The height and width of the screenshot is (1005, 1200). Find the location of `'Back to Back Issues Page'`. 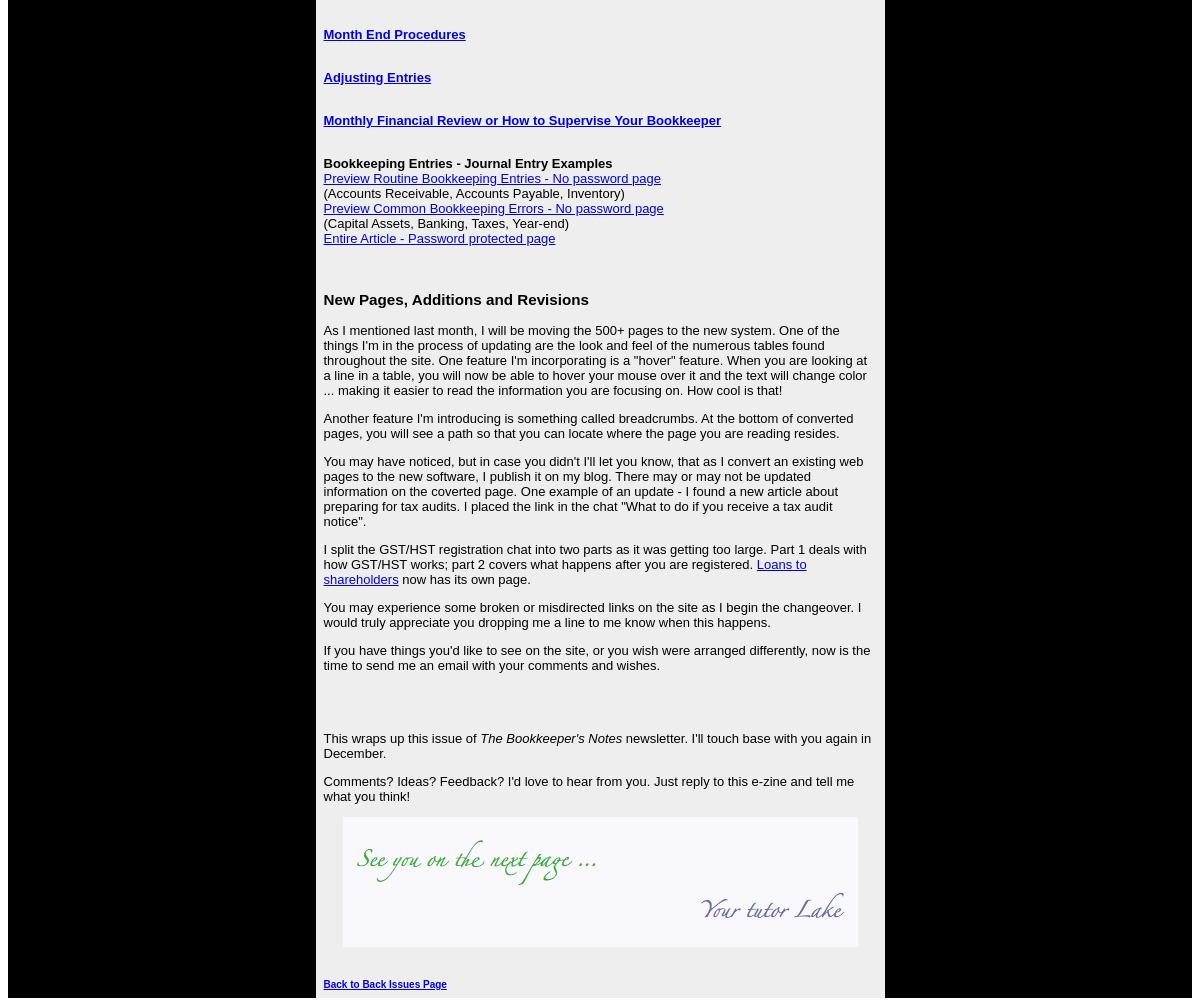

'Back to Back Issues Page' is located at coordinates (323, 983).